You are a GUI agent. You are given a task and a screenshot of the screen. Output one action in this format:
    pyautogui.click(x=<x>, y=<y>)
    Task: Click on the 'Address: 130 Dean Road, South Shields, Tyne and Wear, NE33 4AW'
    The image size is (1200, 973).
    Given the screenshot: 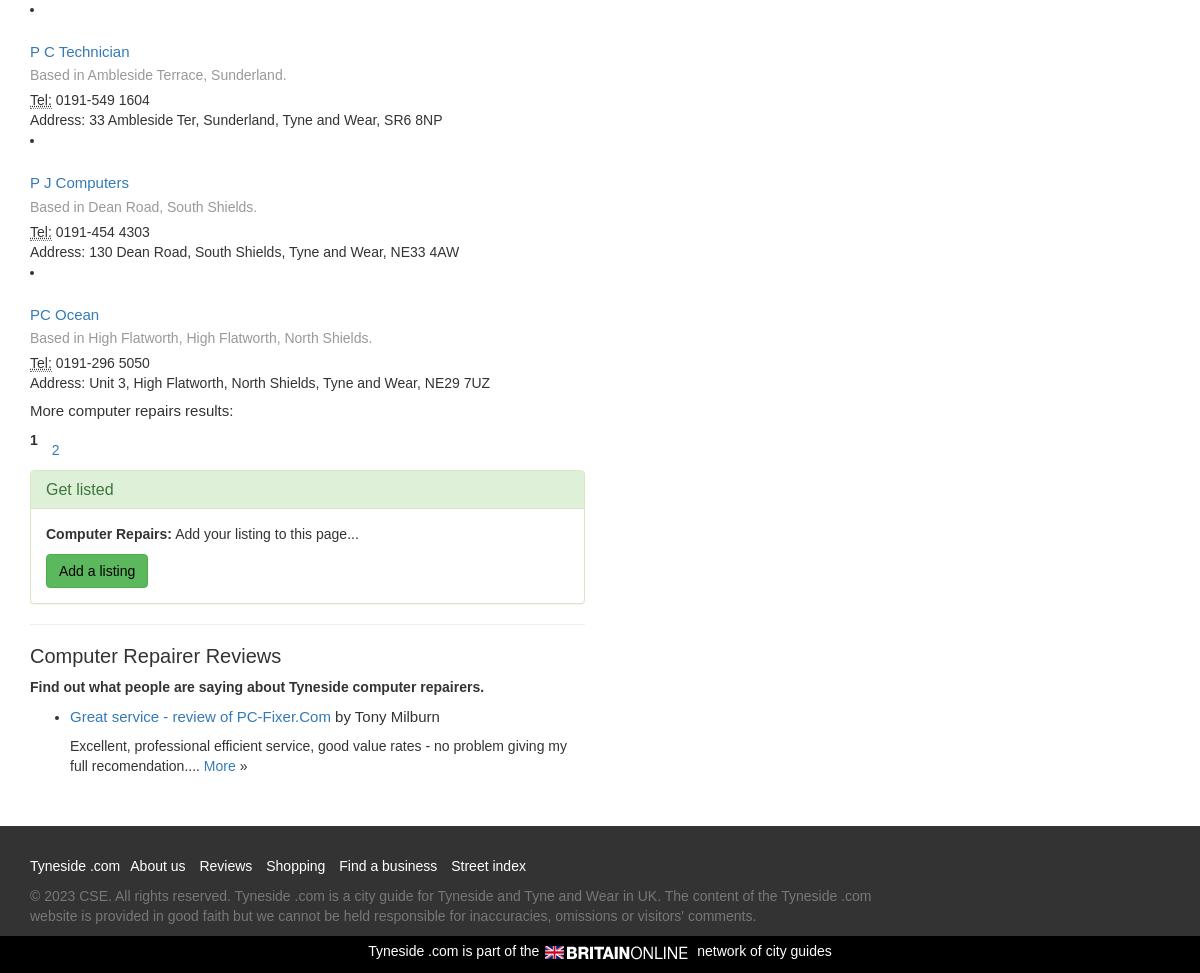 What is the action you would take?
    pyautogui.click(x=243, y=250)
    